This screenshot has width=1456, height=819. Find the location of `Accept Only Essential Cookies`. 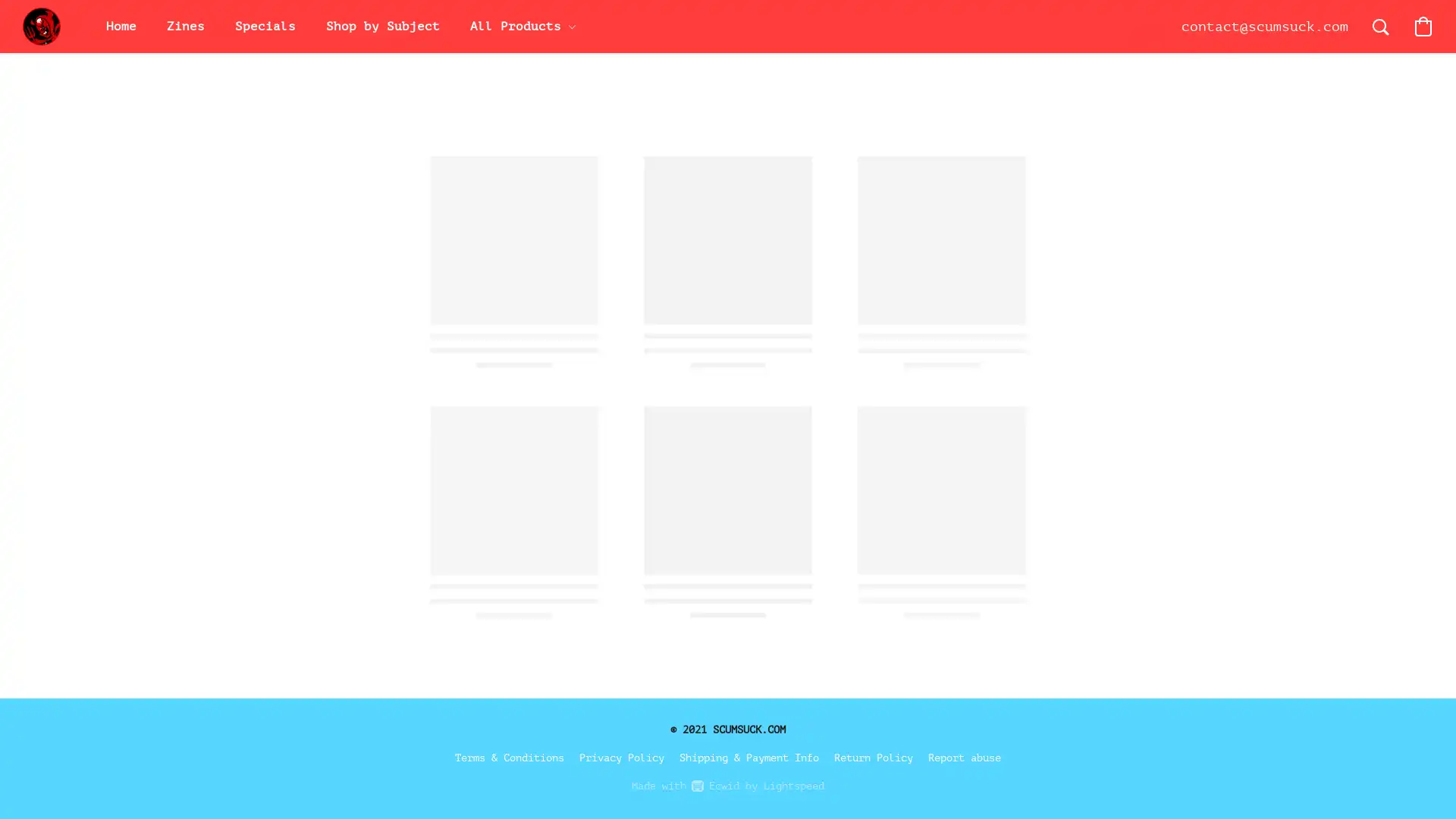

Accept Only Essential Cookies is located at coordinates (1241, 540).